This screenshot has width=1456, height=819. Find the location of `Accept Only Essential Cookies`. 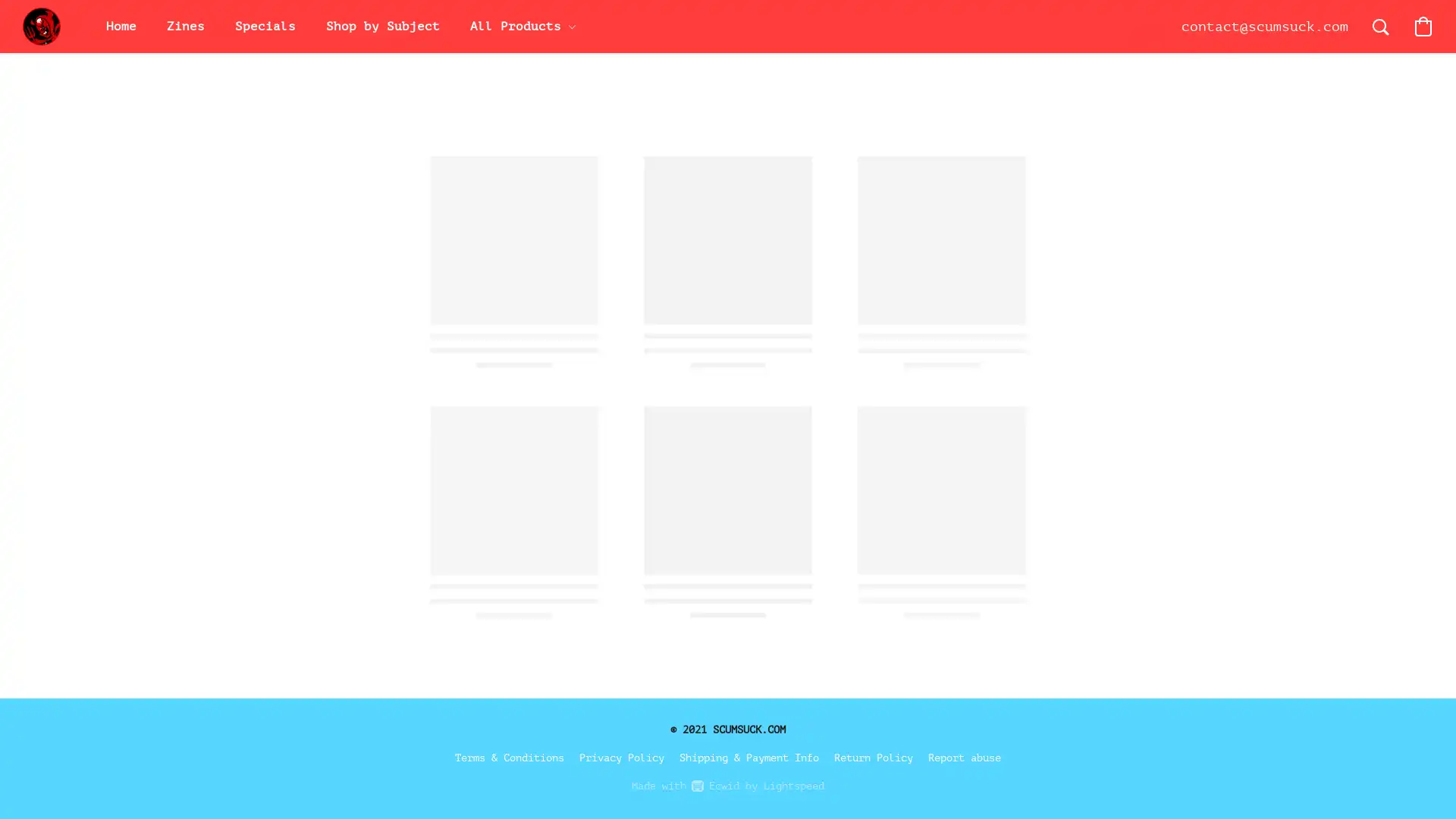

Accept Only Essential Cookies is located at coordinates (1241, 540).